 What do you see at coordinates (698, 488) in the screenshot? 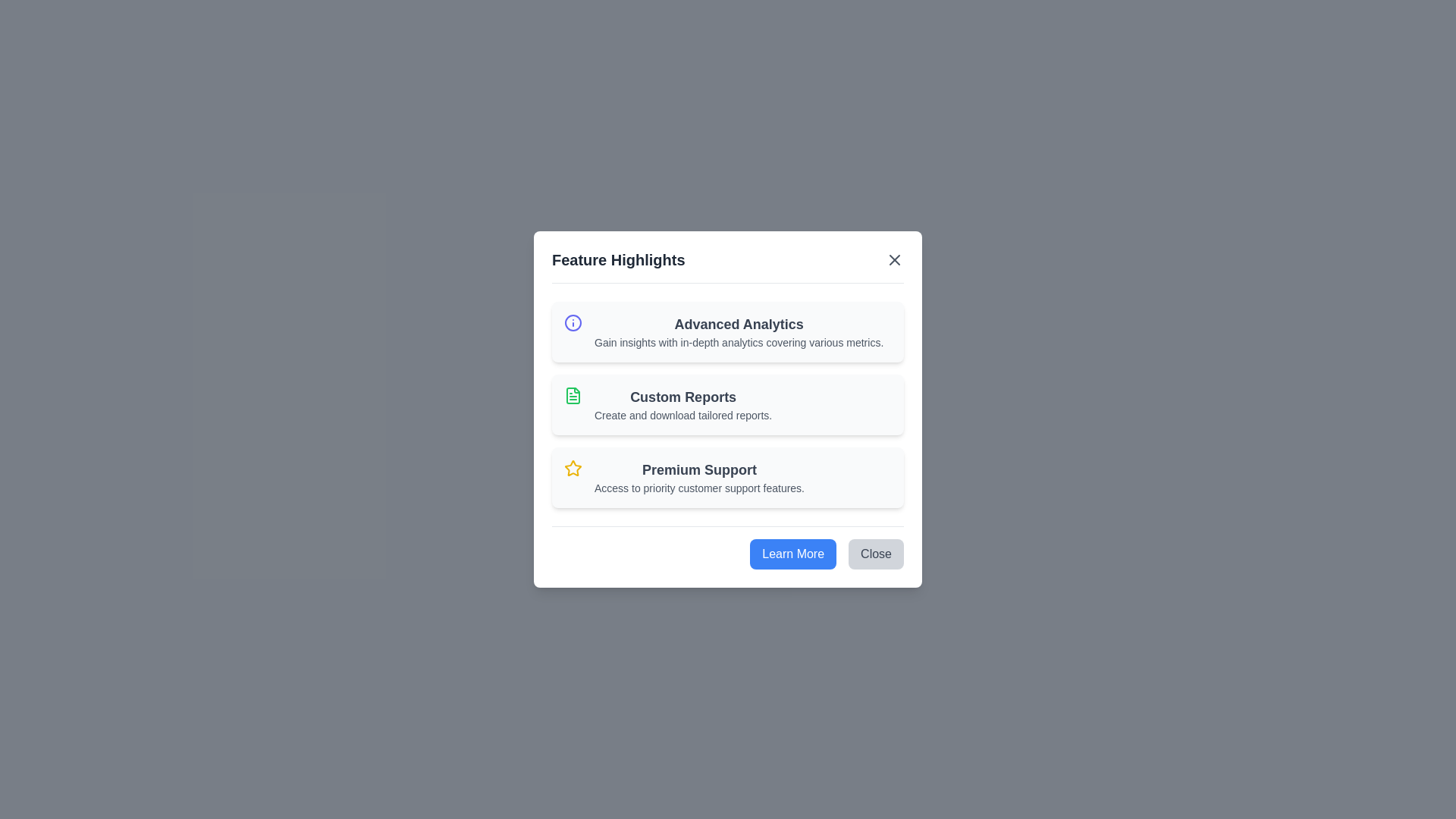
I see `the Text Label that reads 'Access to priority customer support features.' located below the 'Premium Support' title in the modal dialog` at bounding box center [698, 488].